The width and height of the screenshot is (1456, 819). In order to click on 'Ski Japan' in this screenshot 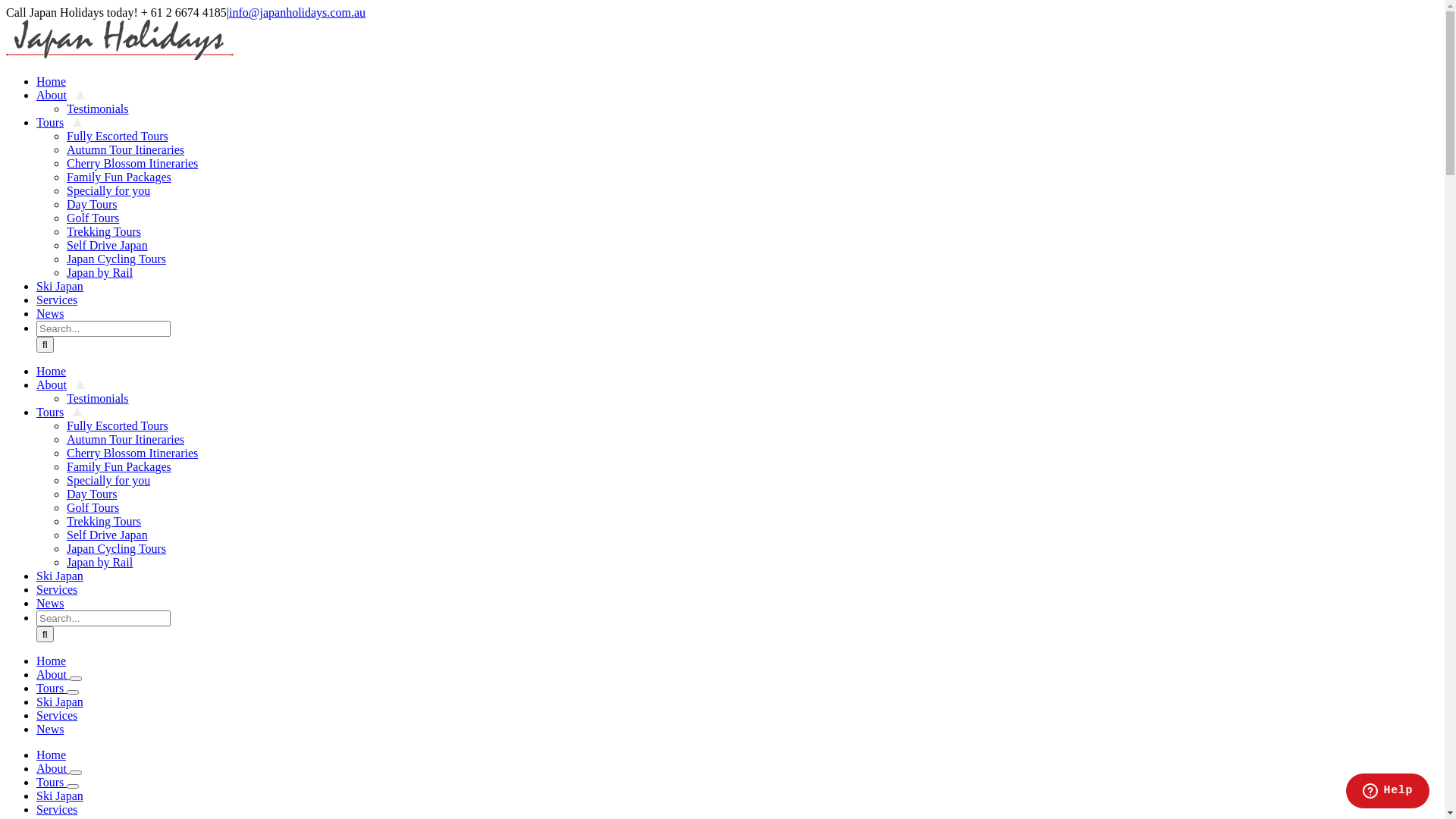, I will do `click(64, 286)`.